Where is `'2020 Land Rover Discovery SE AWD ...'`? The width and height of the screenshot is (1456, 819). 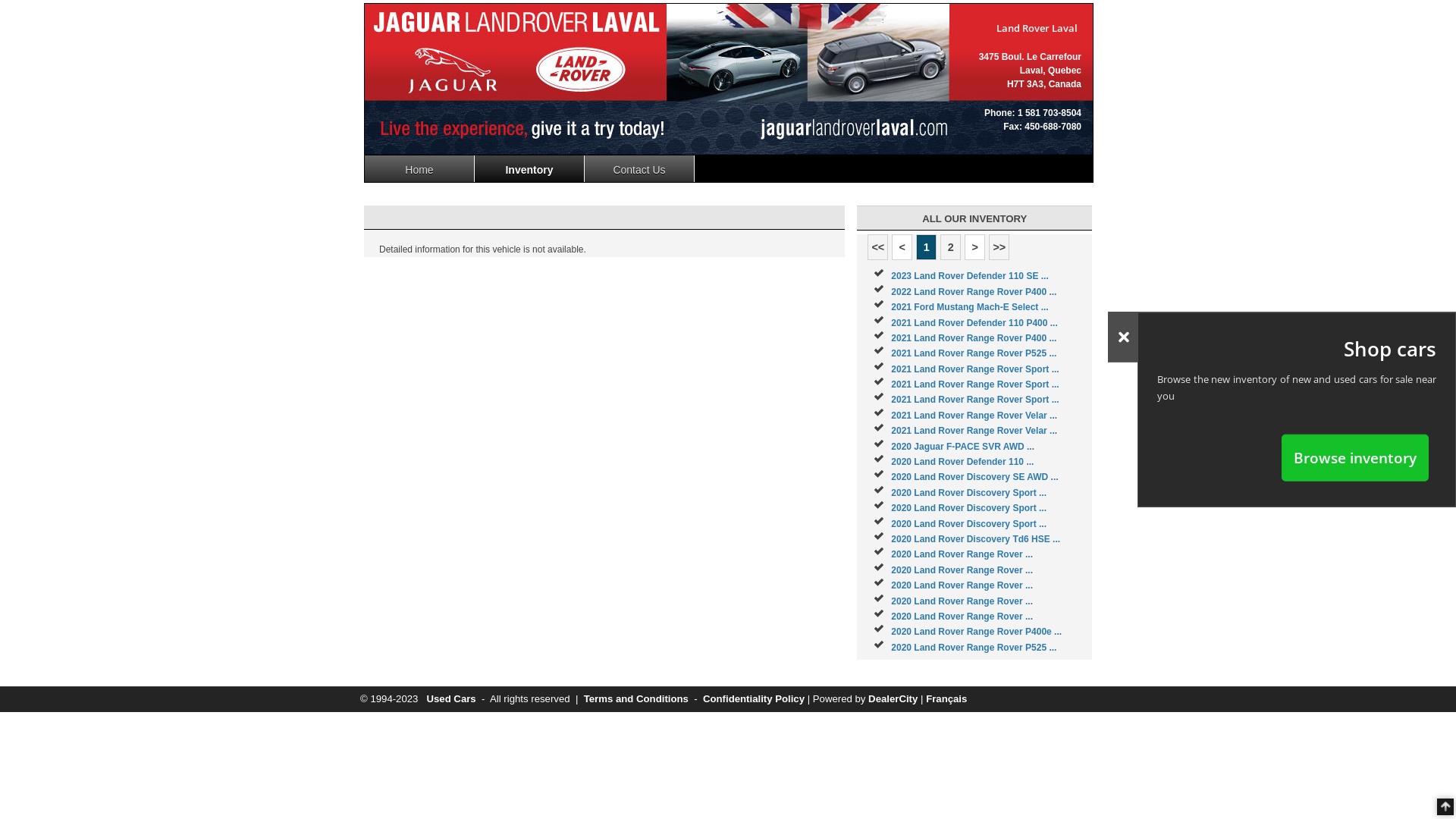
'2020 Land Rover Discovery SE AWD ...' is located at coordinates (974, 475).